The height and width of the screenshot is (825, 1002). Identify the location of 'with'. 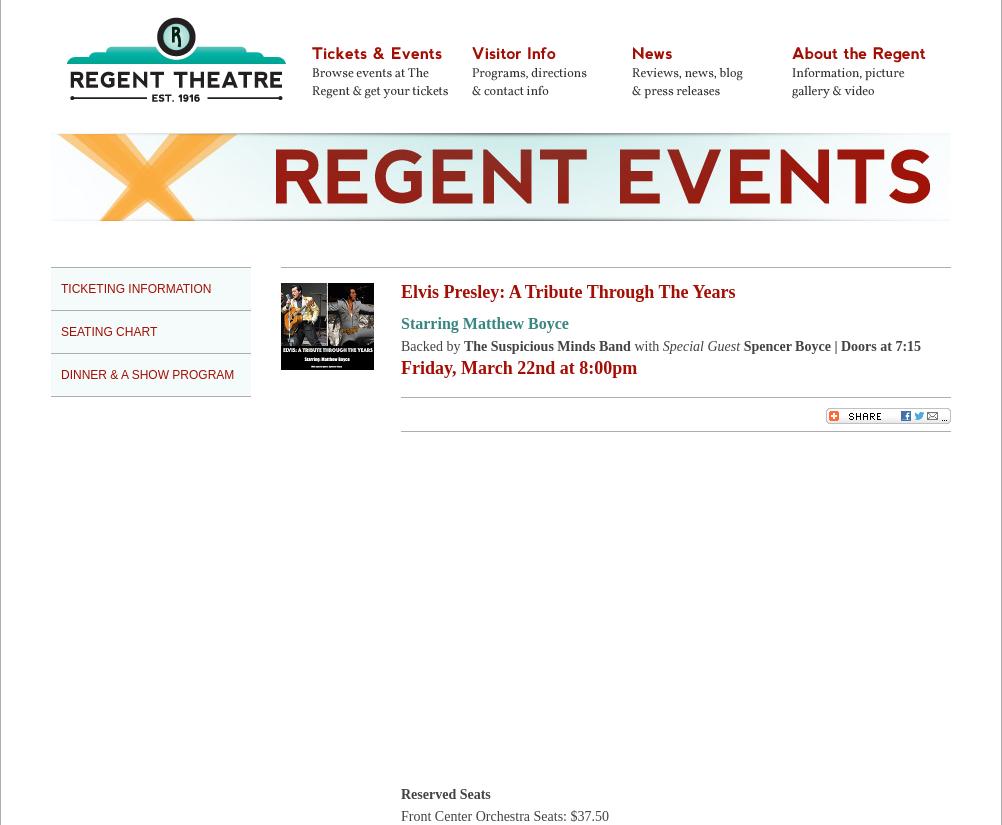
(644, 345).